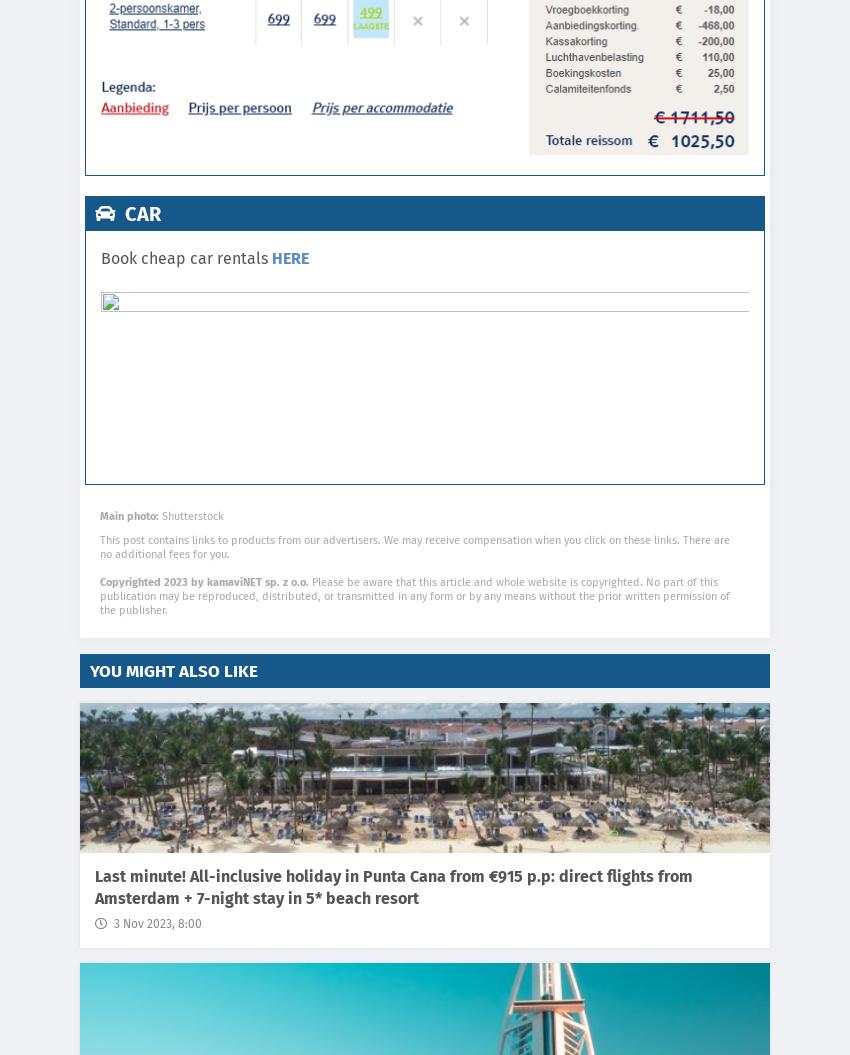 This screenshot has width=850, height=1055. What do you see at coordinates (172, 670) in the screenshot?
I see `'You might also like'` at bounding box center [172, 670].